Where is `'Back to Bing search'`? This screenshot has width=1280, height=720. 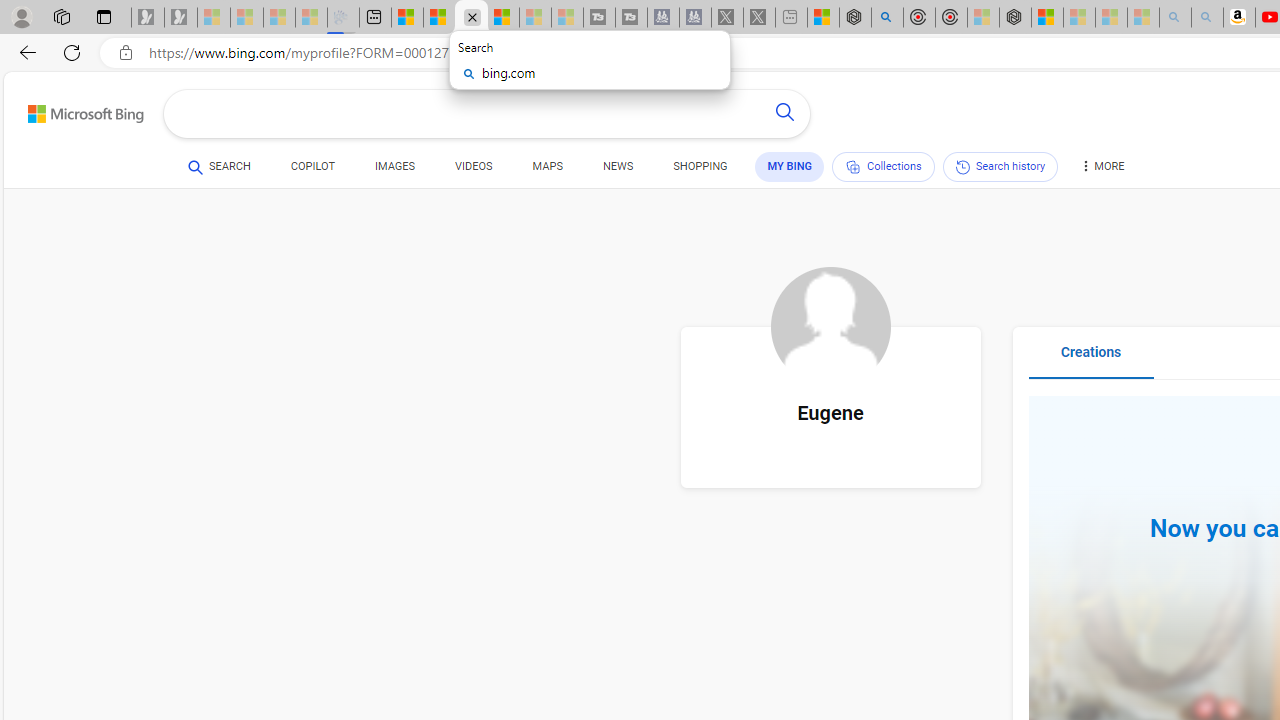
'Back to Bing search' is located at coordinates (73, 110).